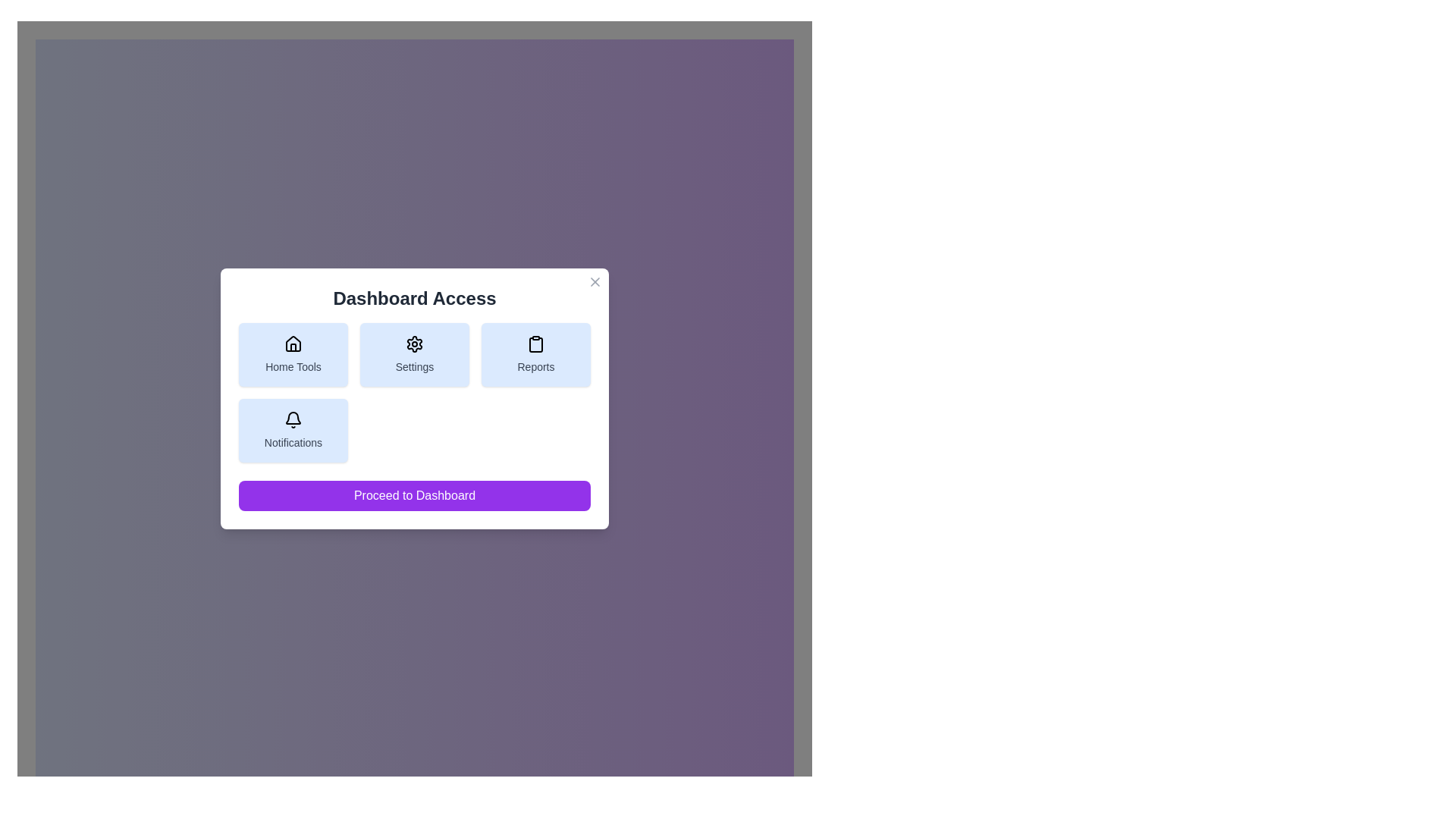 This screenshot has height=819, width=1456. Describe the element at coordinates (595, 281) in the screenshot. I see `the close button located at the top-right corner of the 'Dashboard Access' modal dialog` at that location.